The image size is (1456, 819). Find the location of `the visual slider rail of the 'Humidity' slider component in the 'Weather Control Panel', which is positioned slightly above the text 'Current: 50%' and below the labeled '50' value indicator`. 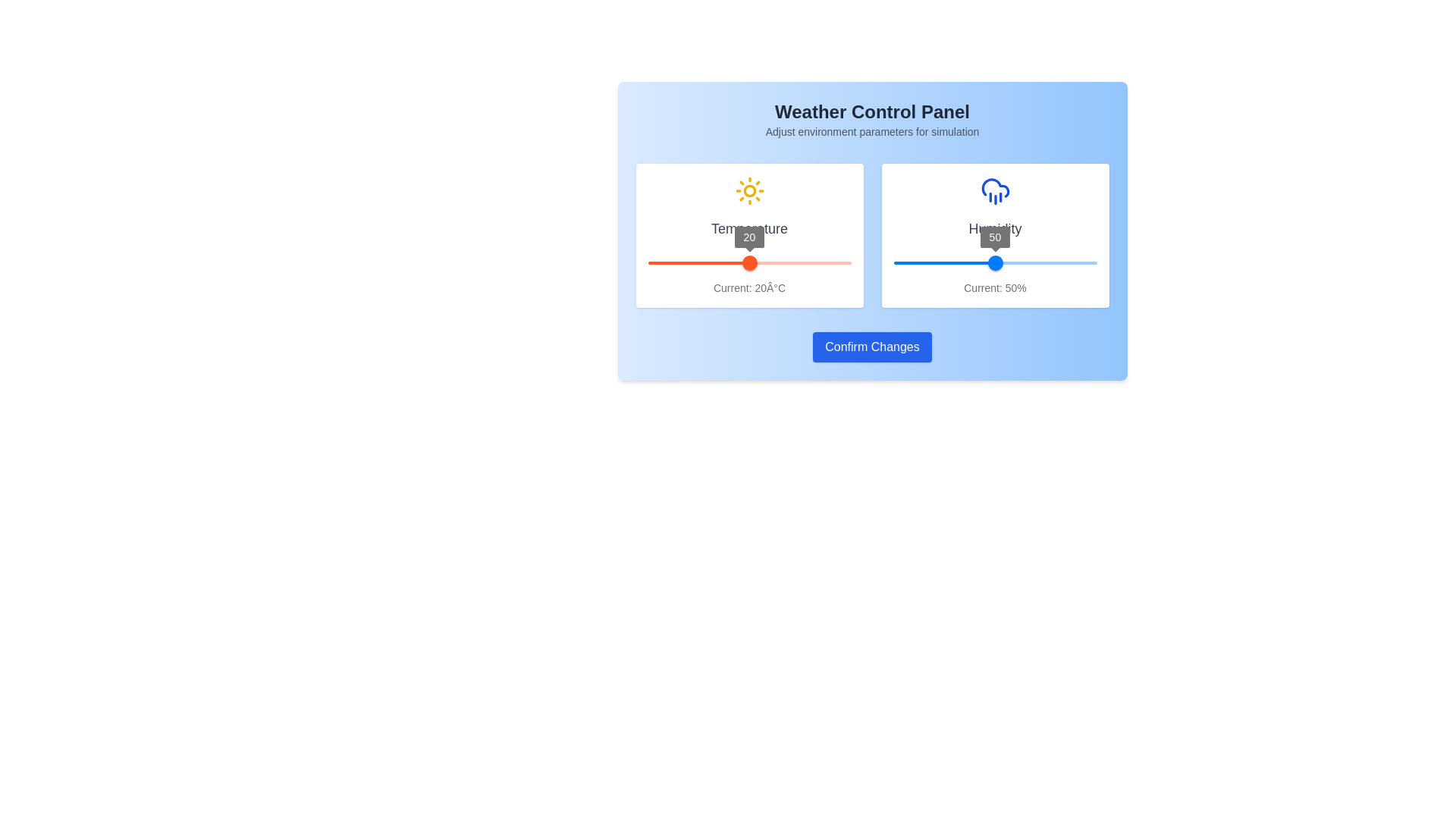

the visual slider rail of the 'Humidity' slider component in the 'Weather Control Panel', which is positioned slightly above the text 'Current: 50%' and below the labeled '50' value indicator is located at coordinates (995, 262).